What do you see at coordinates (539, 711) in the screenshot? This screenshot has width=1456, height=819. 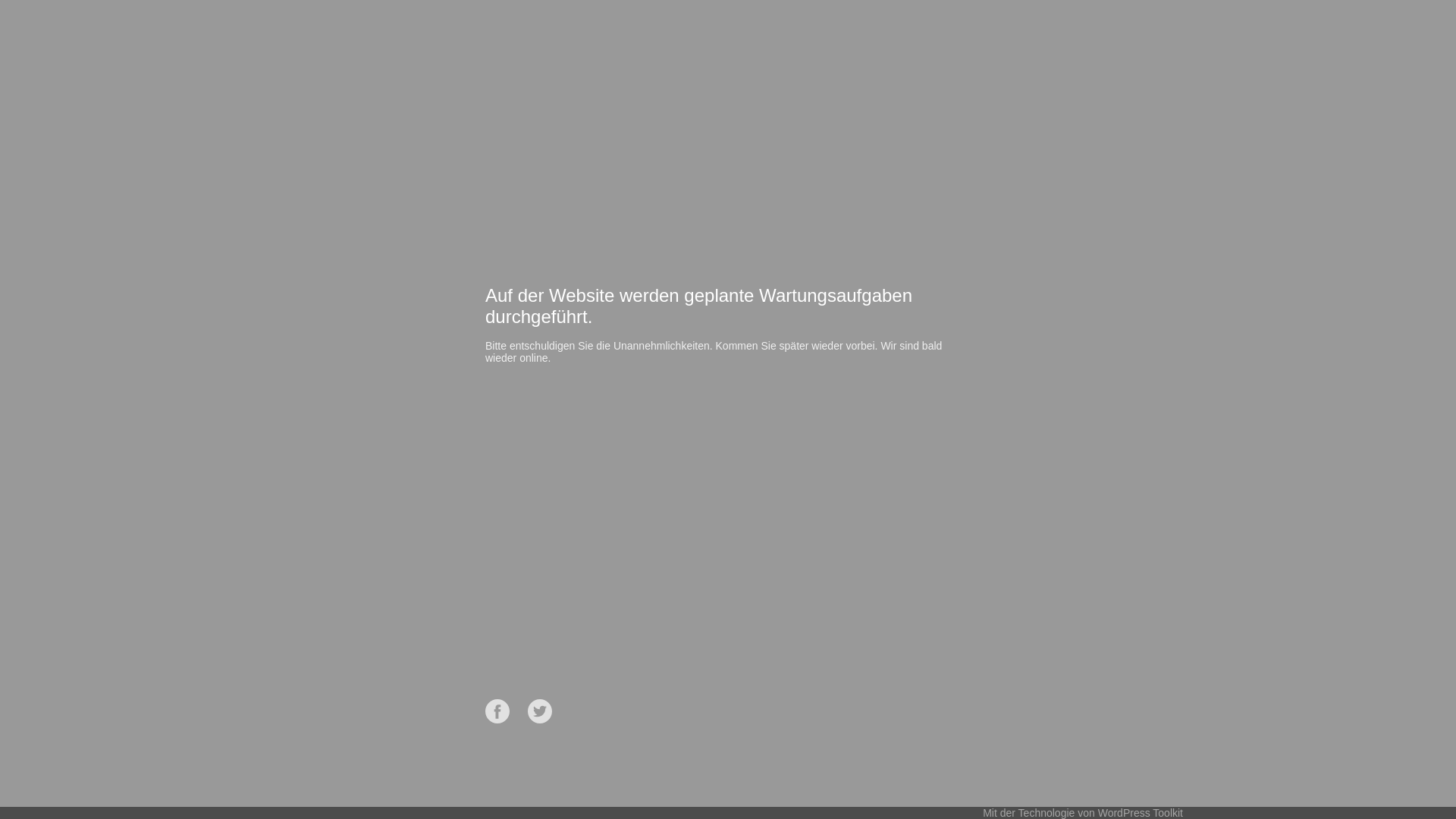 I see `'Twitter'` at bounding box center [539, 711].